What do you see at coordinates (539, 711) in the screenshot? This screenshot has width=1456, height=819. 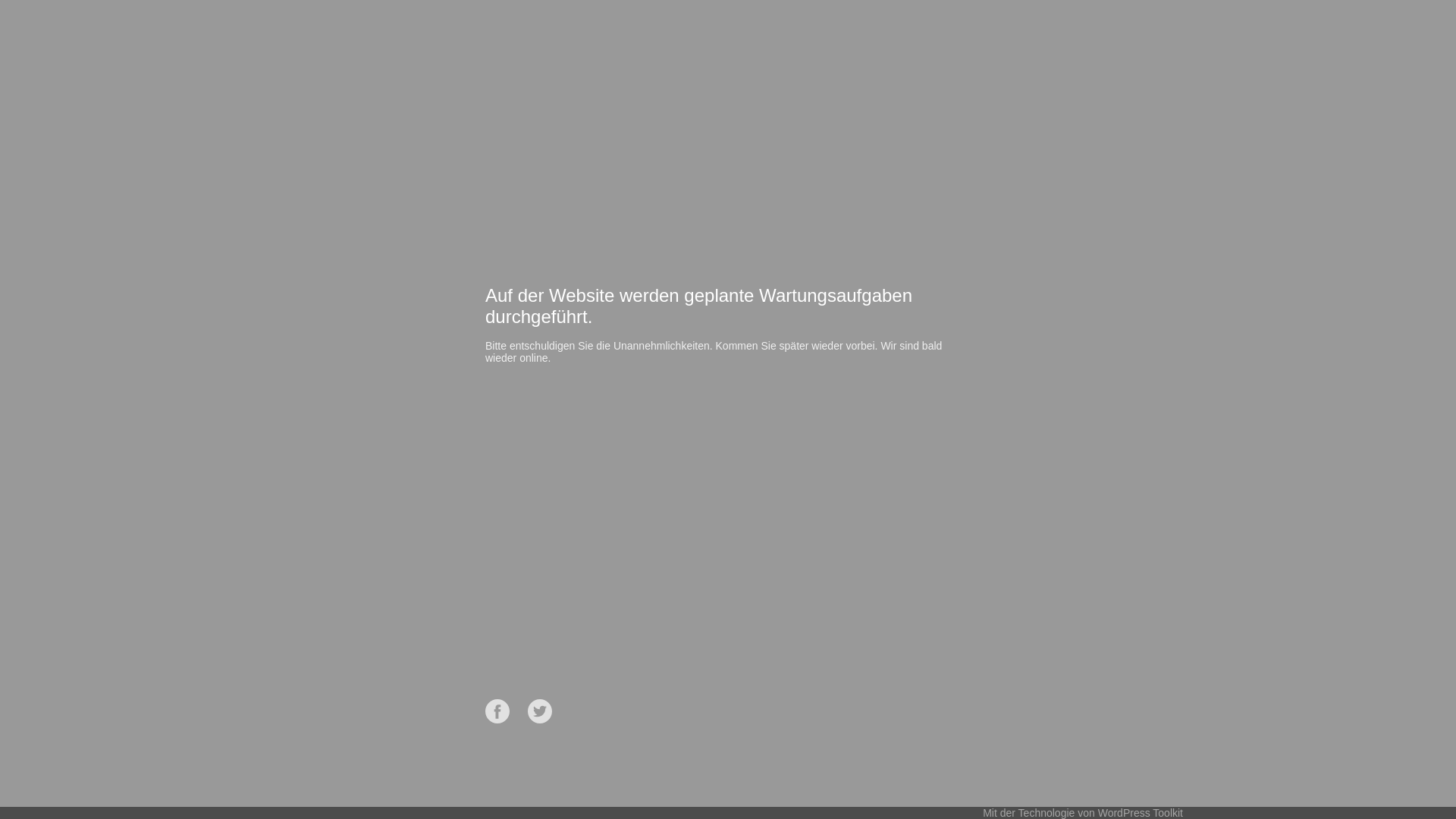 I see `'Twitter'` at bounding box center [539, 711].